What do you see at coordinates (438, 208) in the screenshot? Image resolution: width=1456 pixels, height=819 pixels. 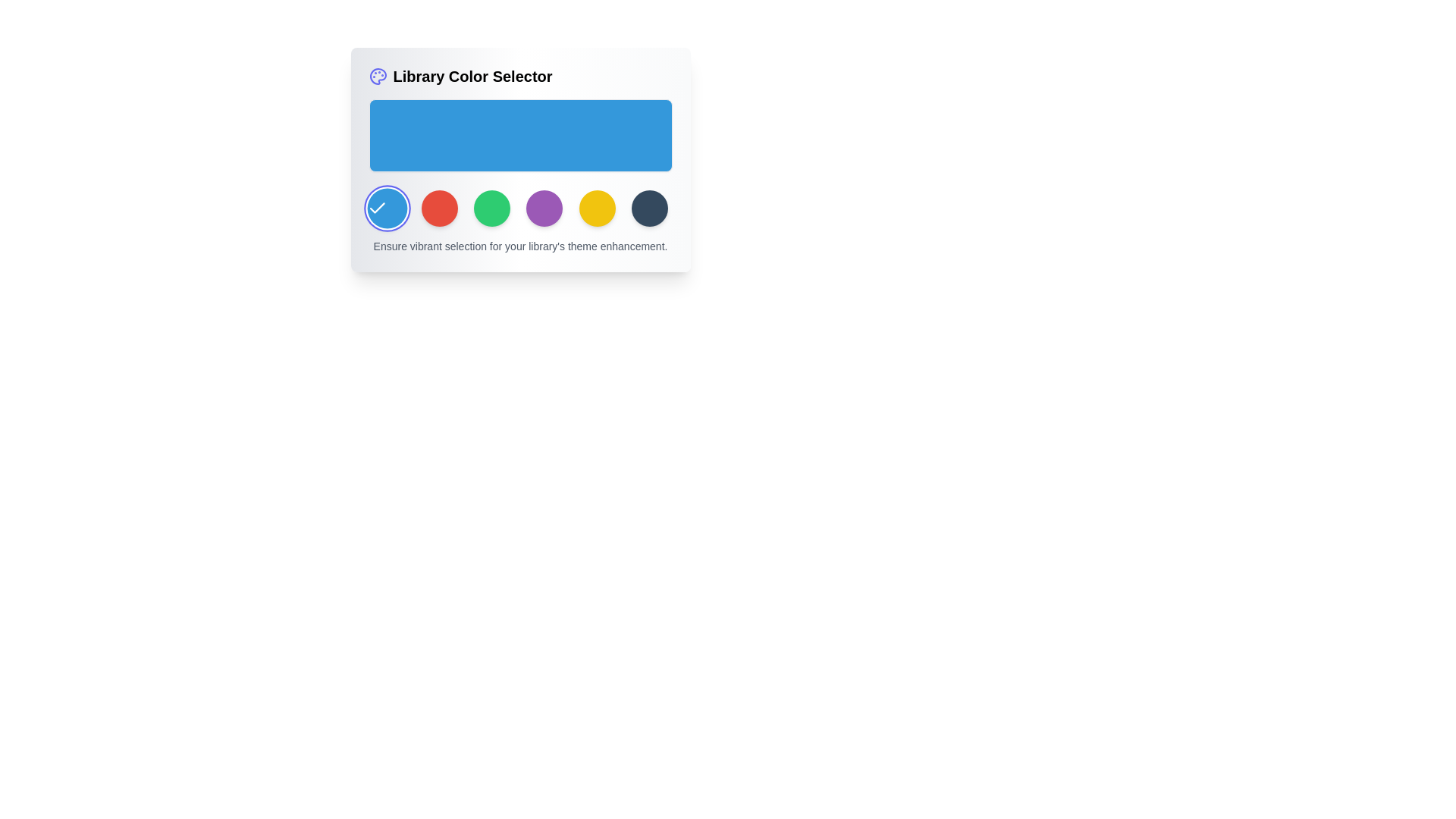 I see `the second circular icon from the left in the color palette` at bounding box center [438, 208].